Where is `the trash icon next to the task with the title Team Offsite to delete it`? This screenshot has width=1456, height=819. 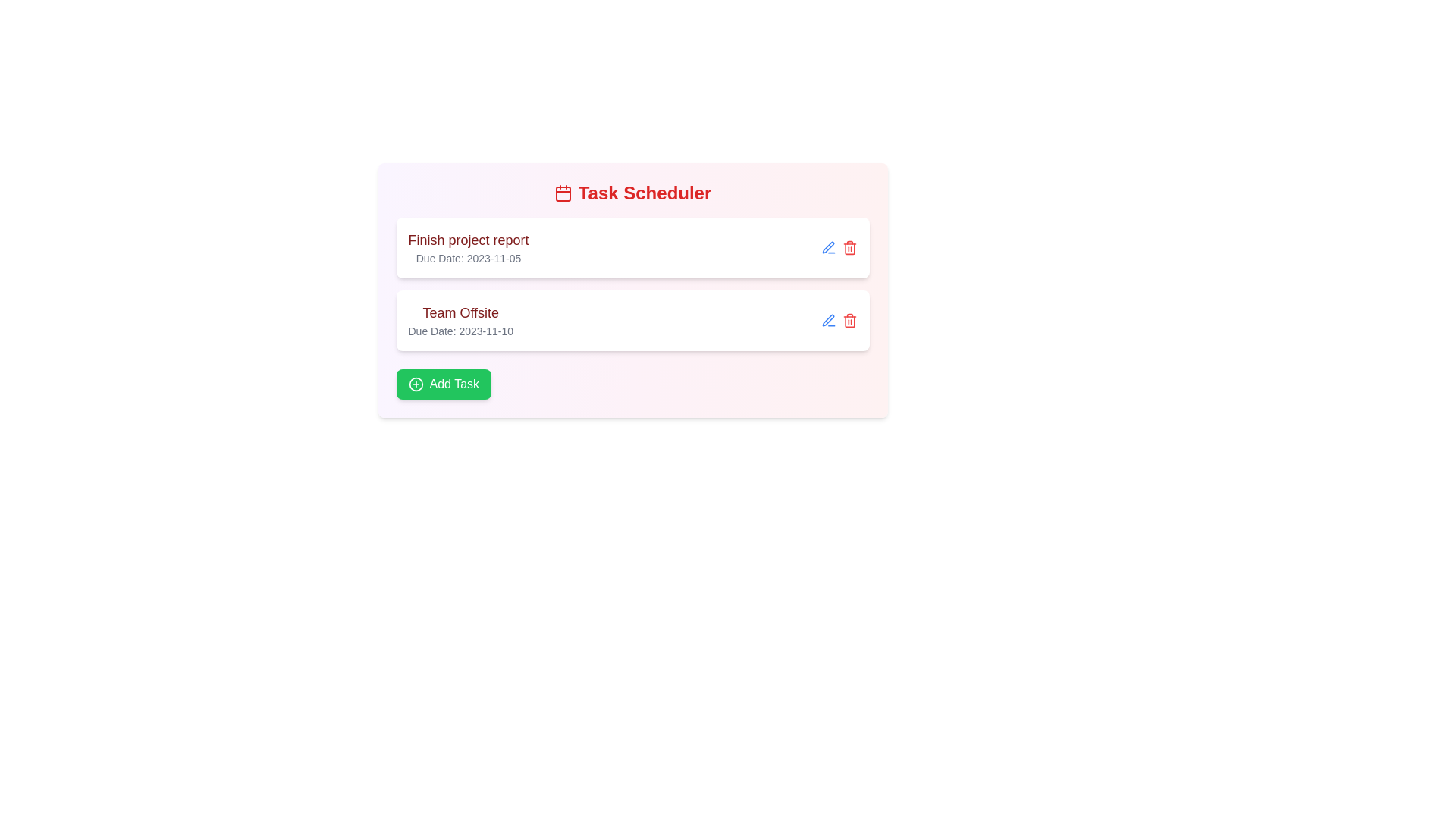 the trash icon next to the task with the title Team Offsite to delete it is located at coordinates (849, 320).